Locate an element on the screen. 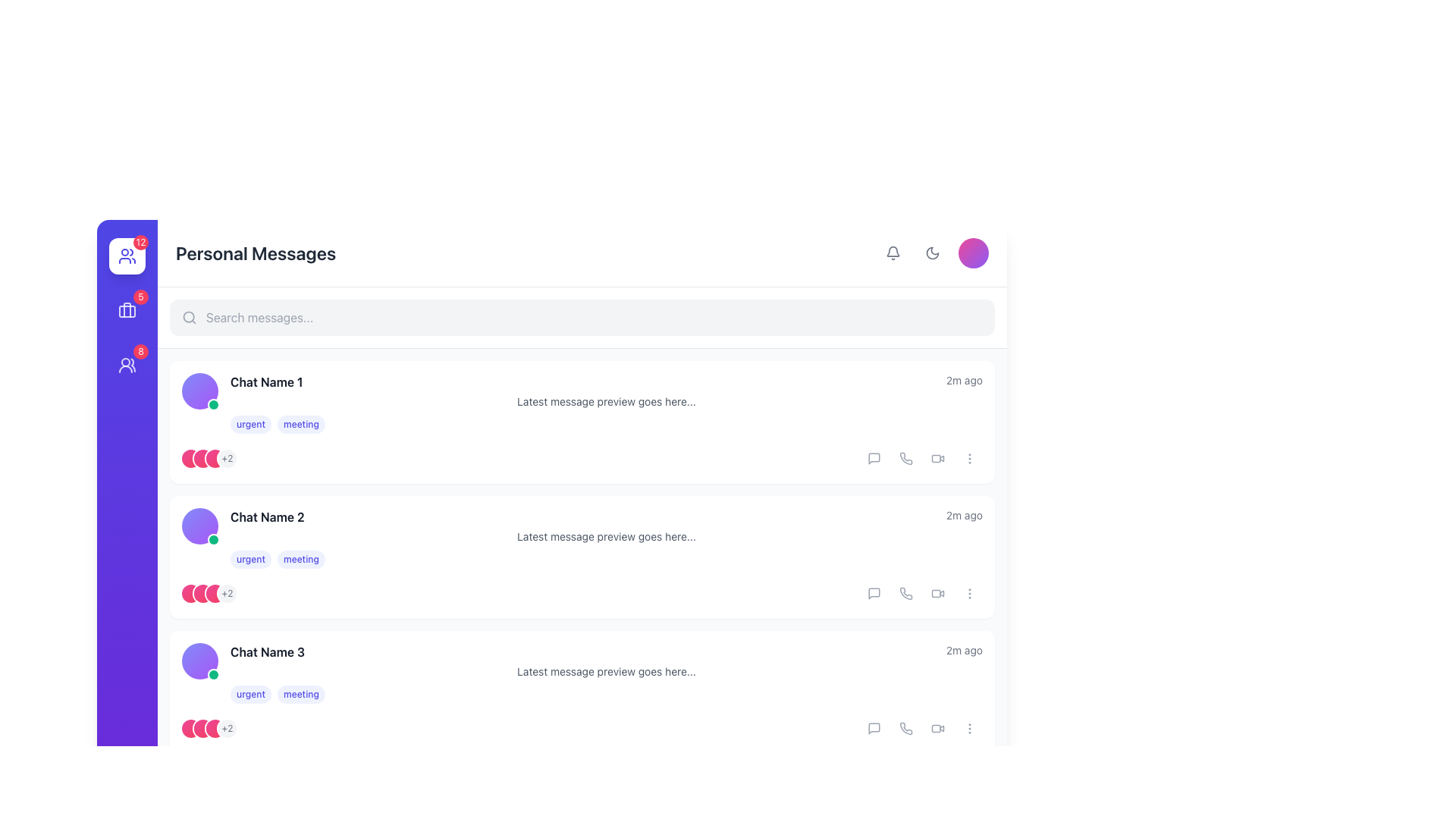  the video camera icon button to initiate a video call for the corresponding chat thread, positioned as the third icon from the left in the action icons row is located at coordinates (937, 727).